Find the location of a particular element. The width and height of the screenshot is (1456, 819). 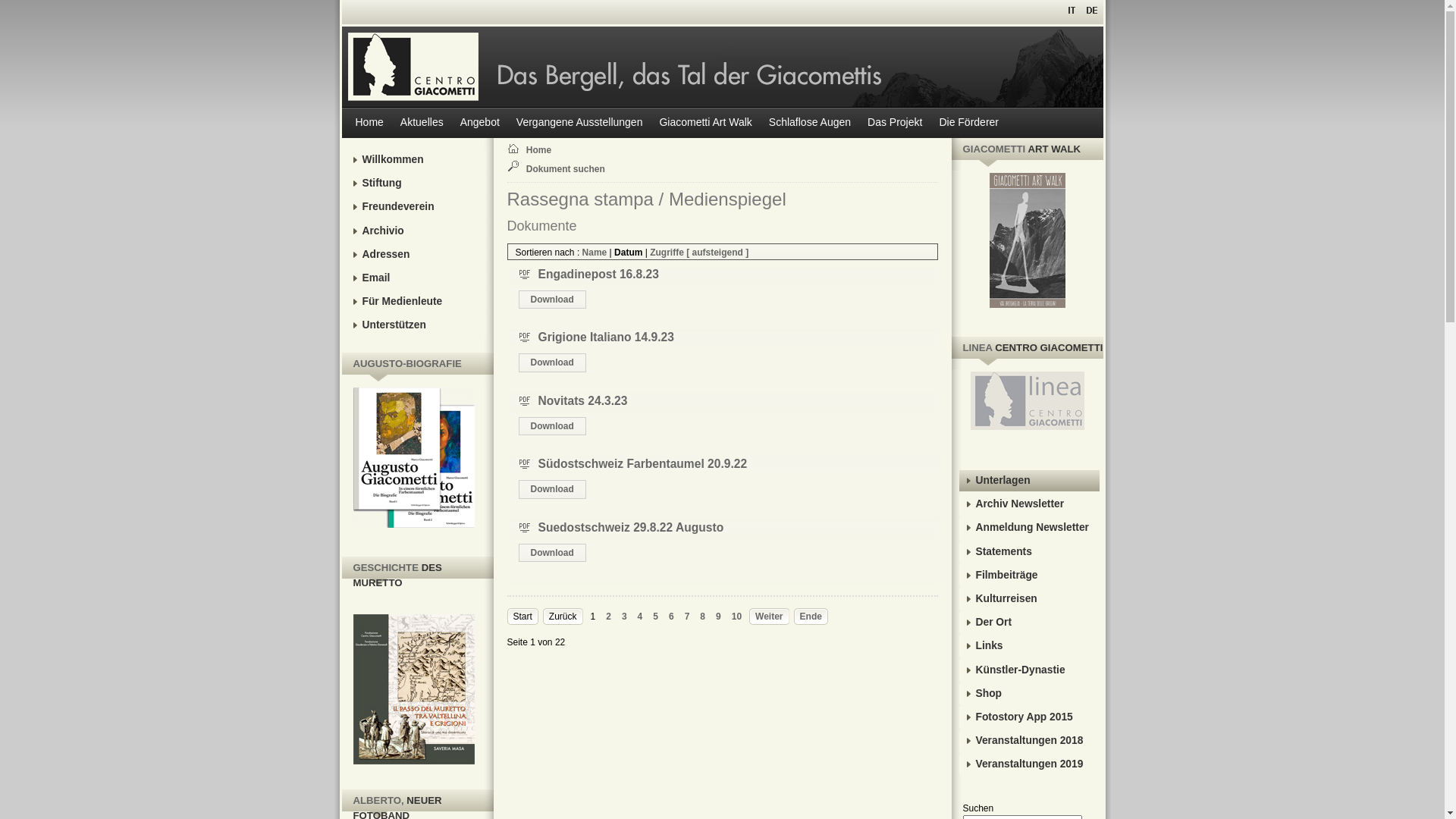

'Archiv Newsletter' is located at coordinates (1028, 504).